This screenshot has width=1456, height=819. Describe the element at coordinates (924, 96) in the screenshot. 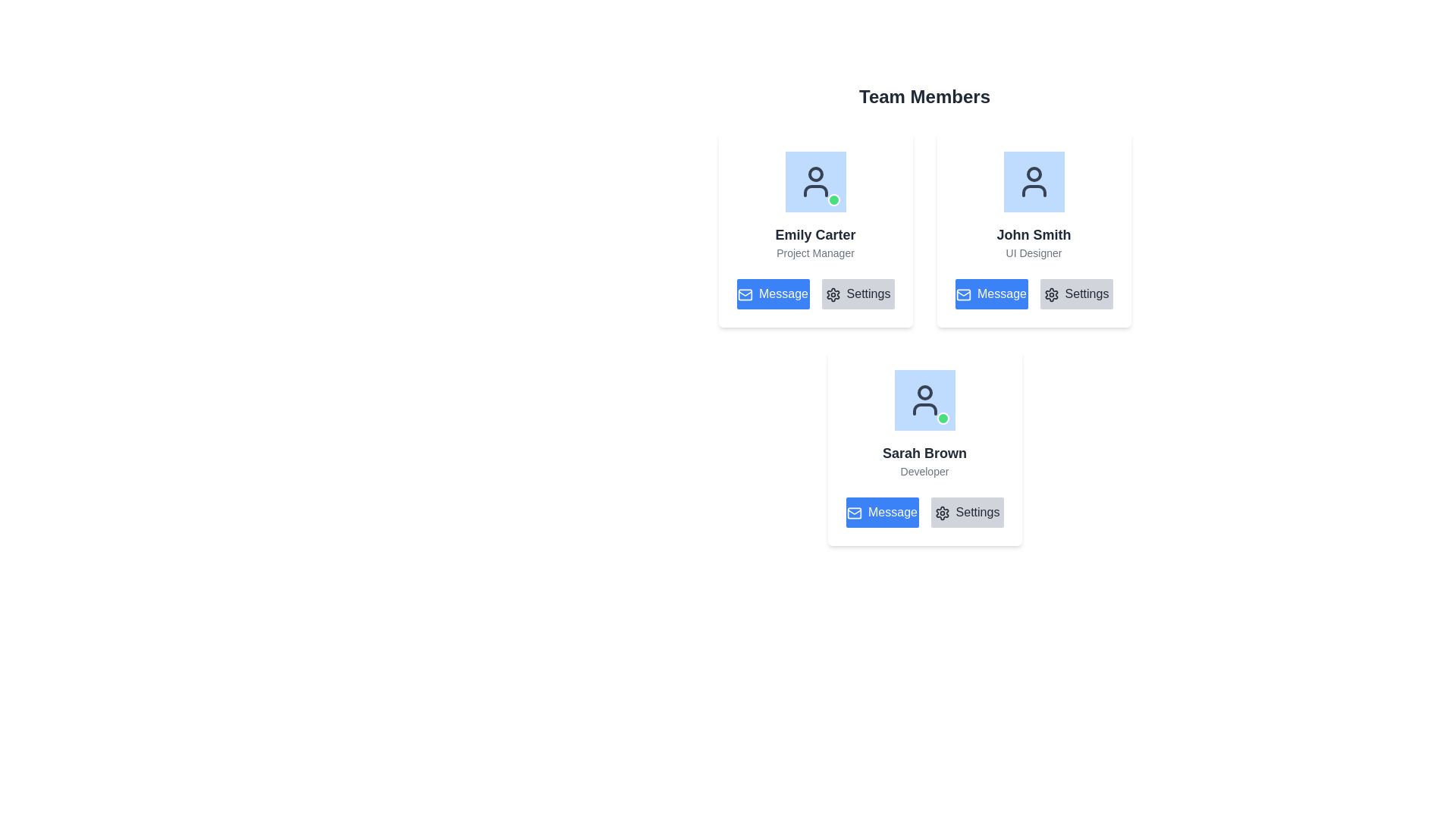

I see `text displayed in the 'Team Members' header, which is a bold, large font text located at the top center of the page` at that location.